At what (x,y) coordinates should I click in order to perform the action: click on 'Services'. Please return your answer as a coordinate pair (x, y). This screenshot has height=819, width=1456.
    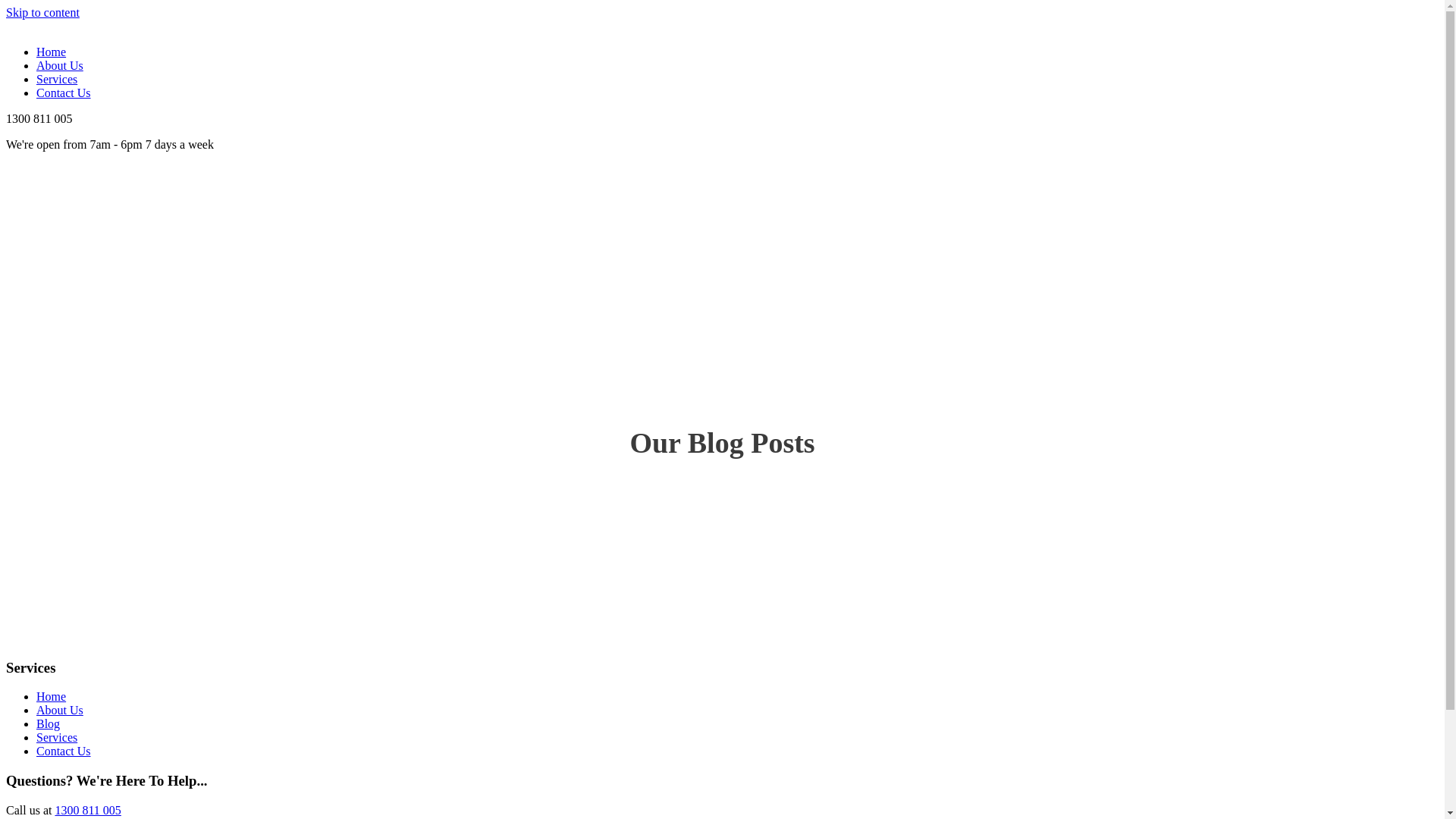
    Looking at the image, I should click on (36, 79).